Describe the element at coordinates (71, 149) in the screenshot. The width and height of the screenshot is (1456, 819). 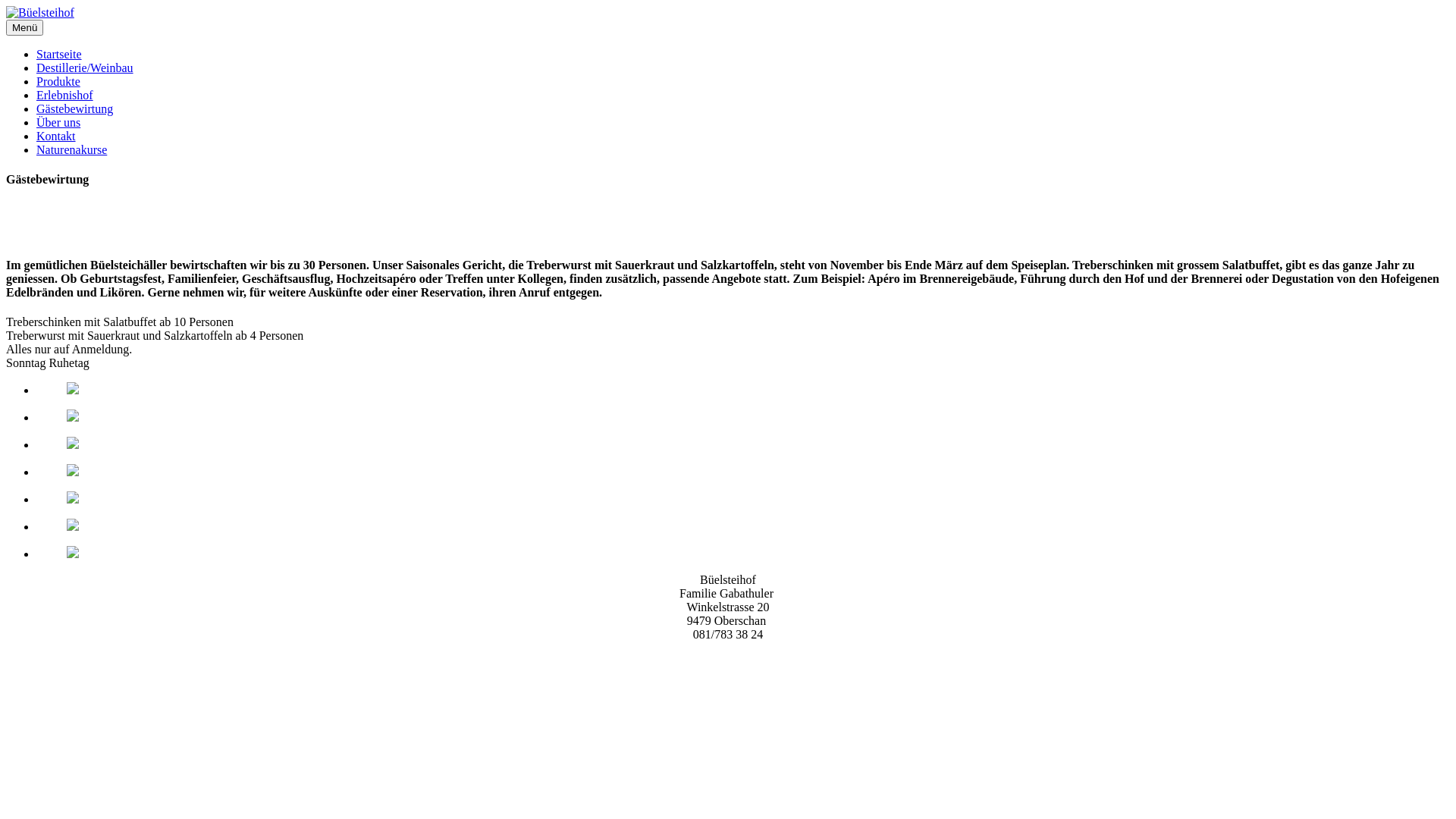
I see `'Naturenakurse'` at that location.